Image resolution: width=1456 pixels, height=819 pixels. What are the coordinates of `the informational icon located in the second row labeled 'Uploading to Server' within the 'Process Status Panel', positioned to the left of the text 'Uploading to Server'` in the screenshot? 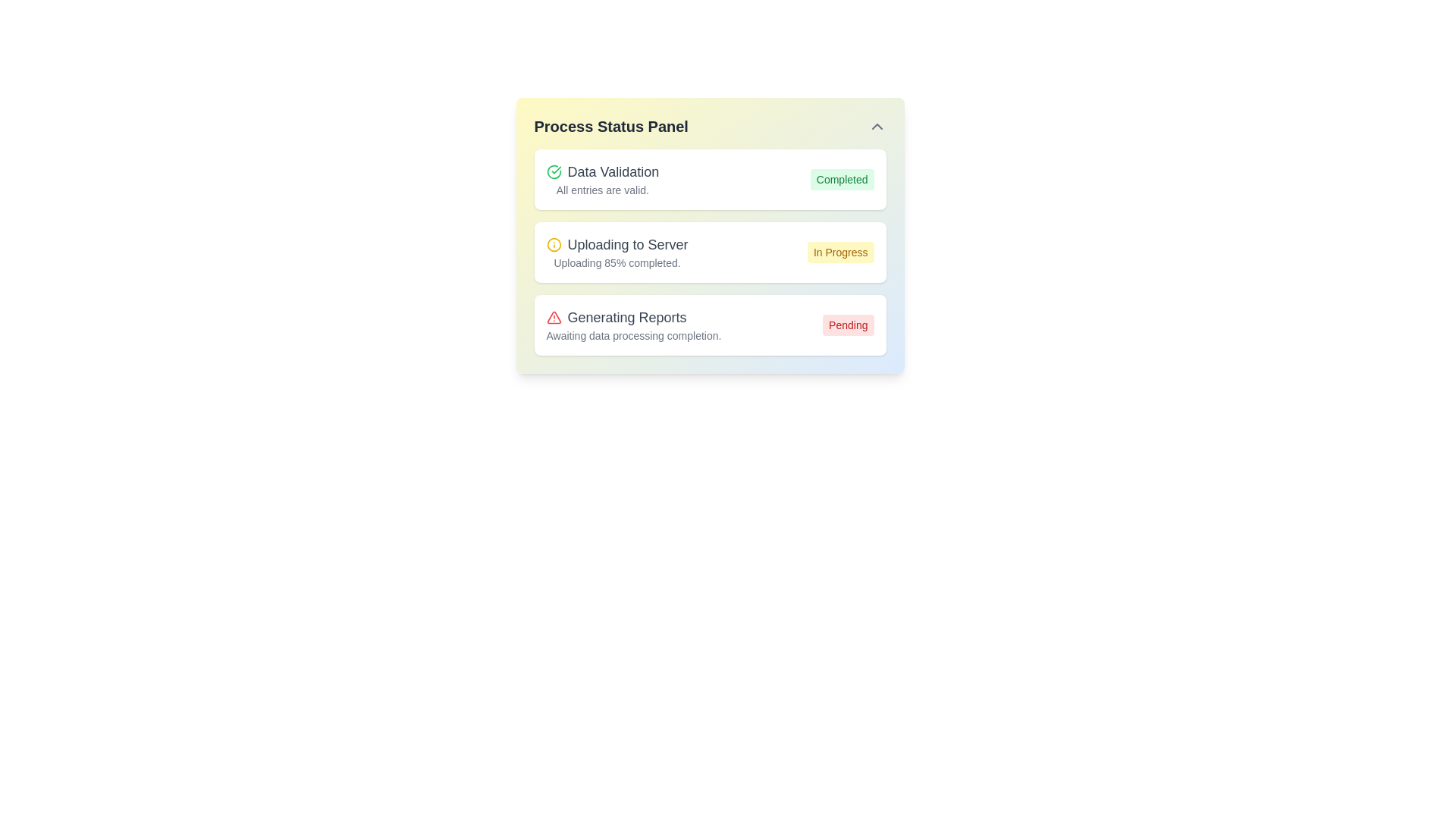 It's located at (553, 244).